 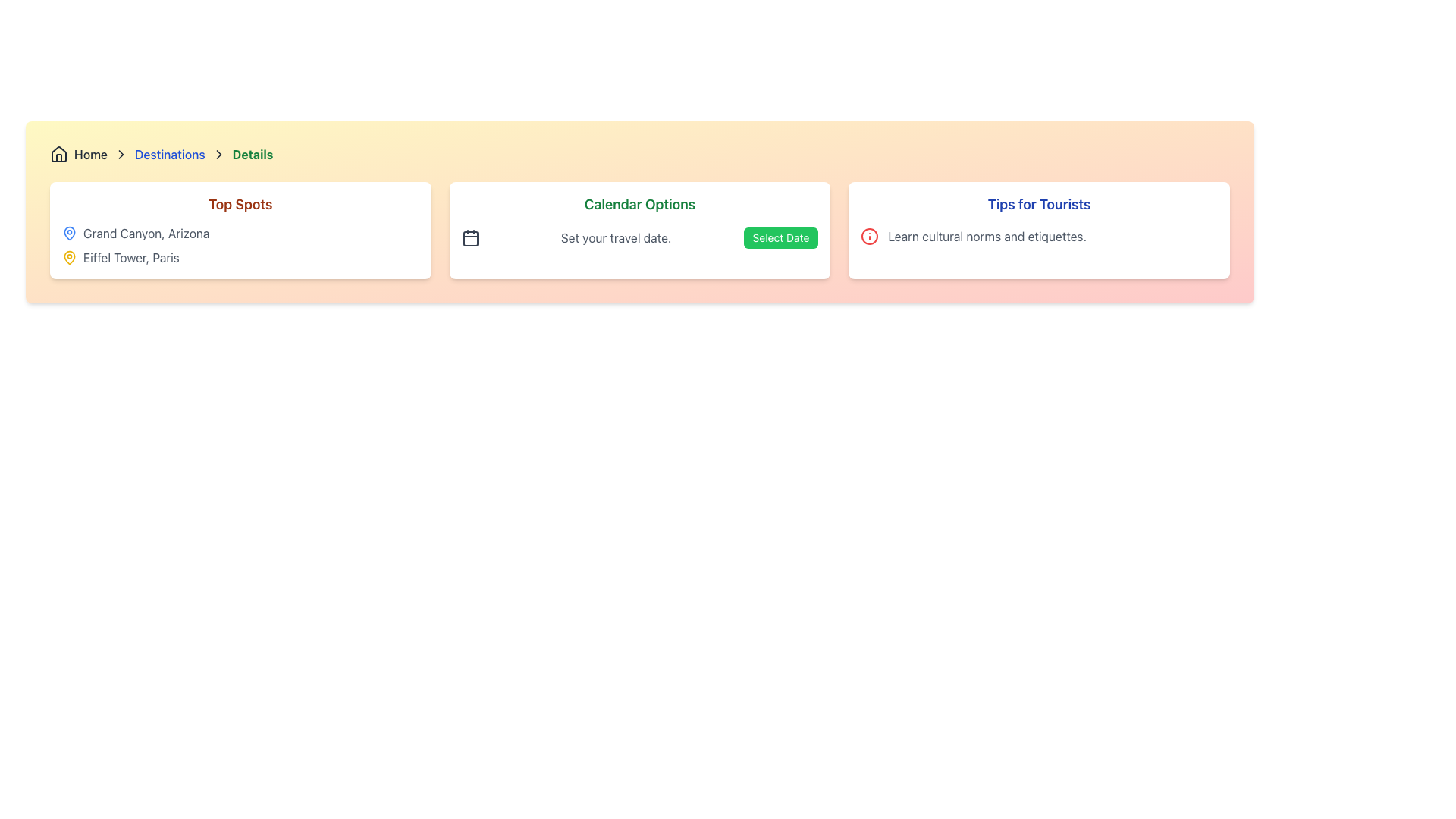 I want to click on the location mark icon for the Grand Canyon, Arizona, which is the first icon in the list under the 'Top Spots' heading, so click(x=68, y=234).